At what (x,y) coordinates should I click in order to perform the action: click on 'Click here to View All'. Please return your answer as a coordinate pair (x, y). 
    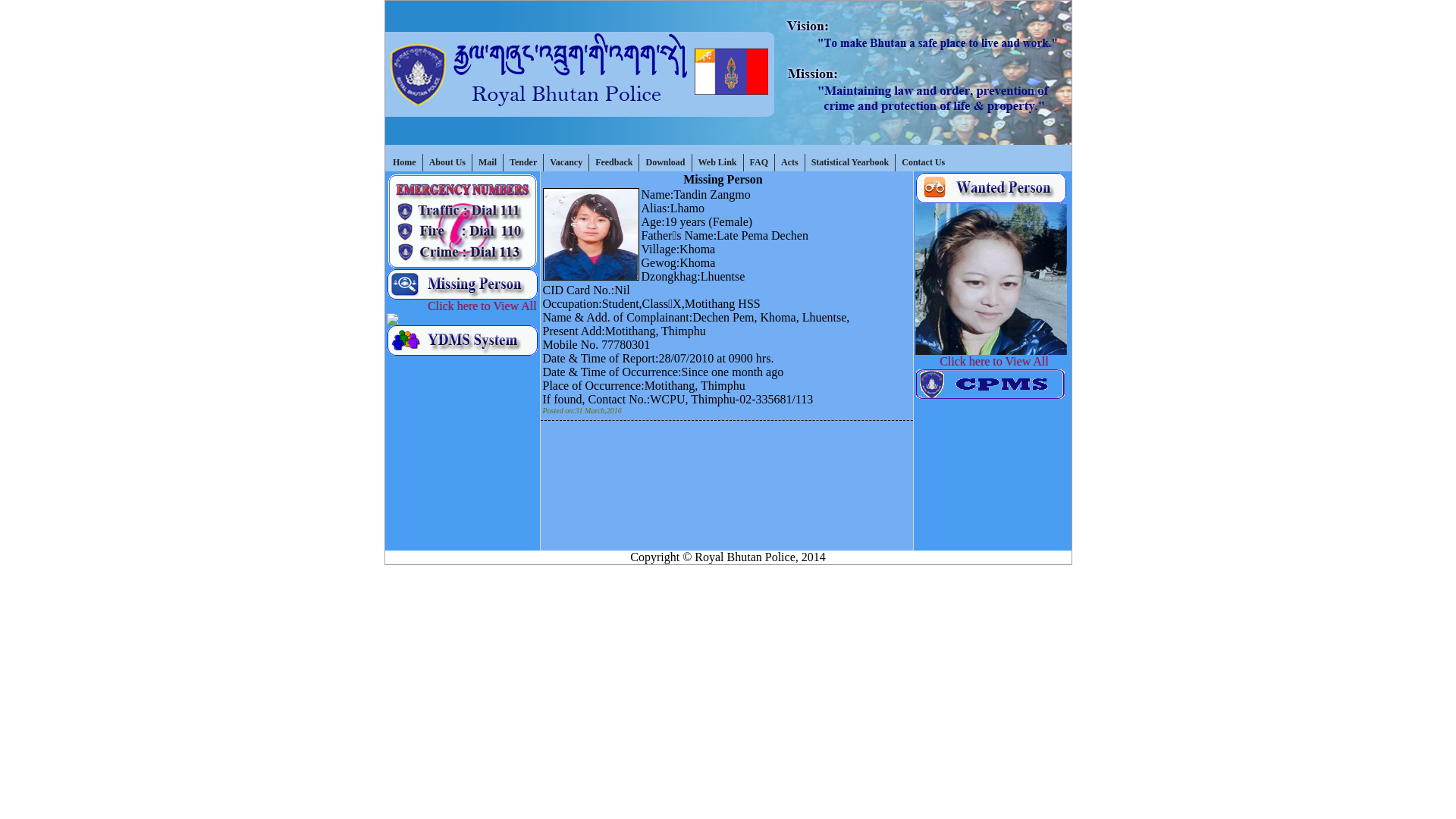
    Looking at the image, I should click on (1006, 361).